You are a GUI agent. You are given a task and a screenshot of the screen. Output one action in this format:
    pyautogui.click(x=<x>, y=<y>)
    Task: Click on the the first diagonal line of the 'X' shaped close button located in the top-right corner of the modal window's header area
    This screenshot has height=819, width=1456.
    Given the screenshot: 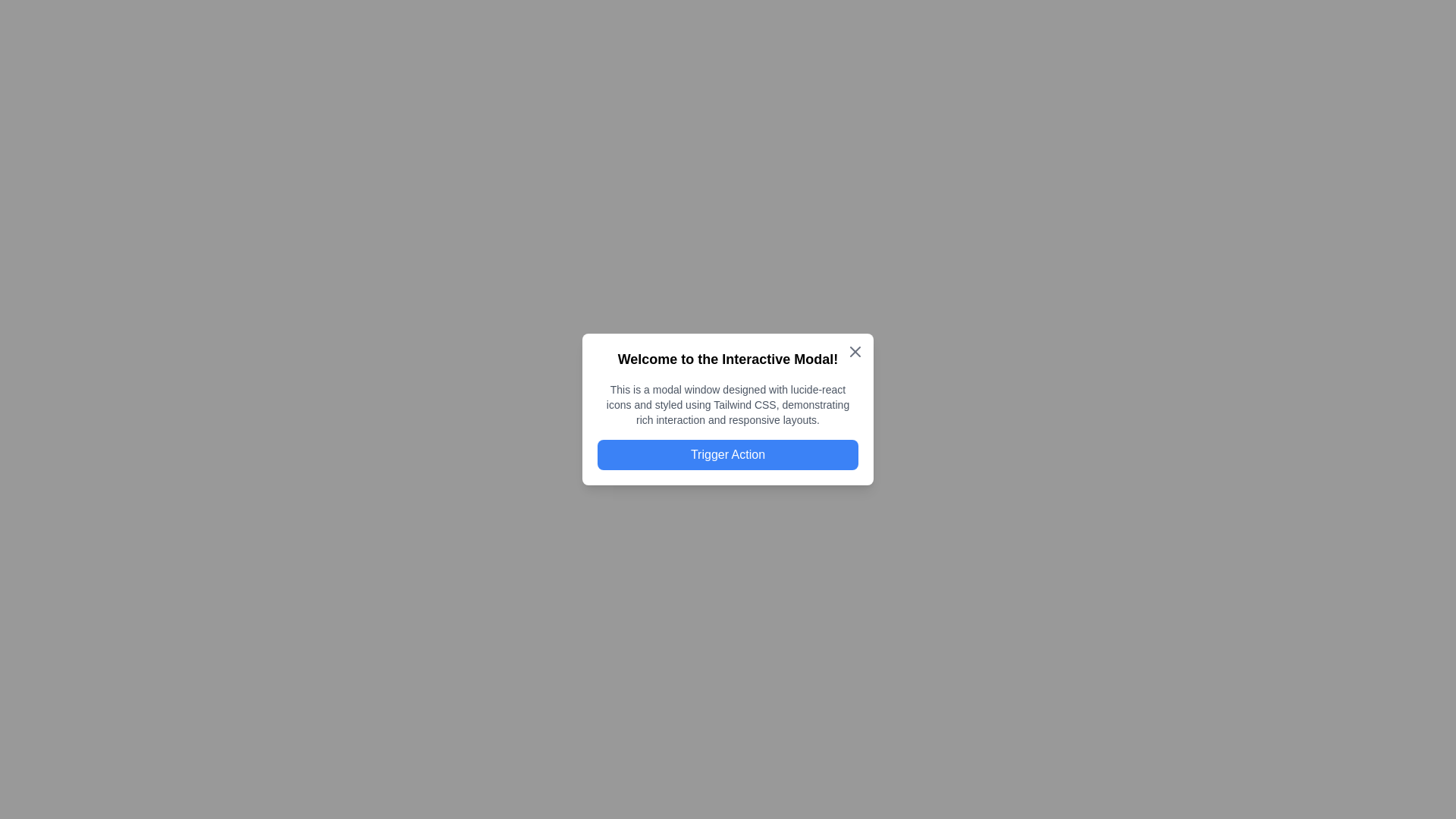 What is the action you would take?
    pyautogui.click(x=855, y=351)
    